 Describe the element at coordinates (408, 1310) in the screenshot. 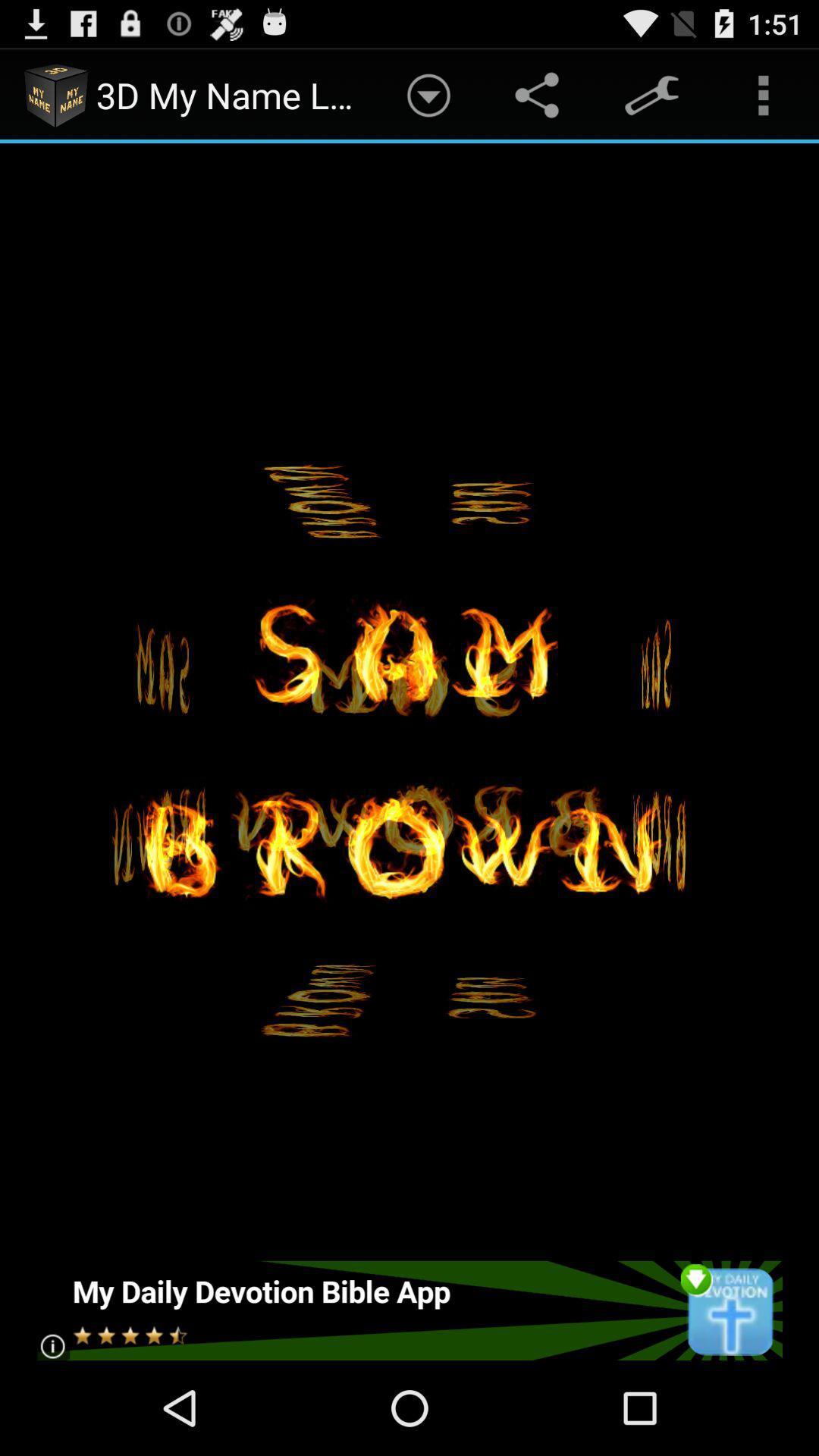

I see `advertisement` at that location.